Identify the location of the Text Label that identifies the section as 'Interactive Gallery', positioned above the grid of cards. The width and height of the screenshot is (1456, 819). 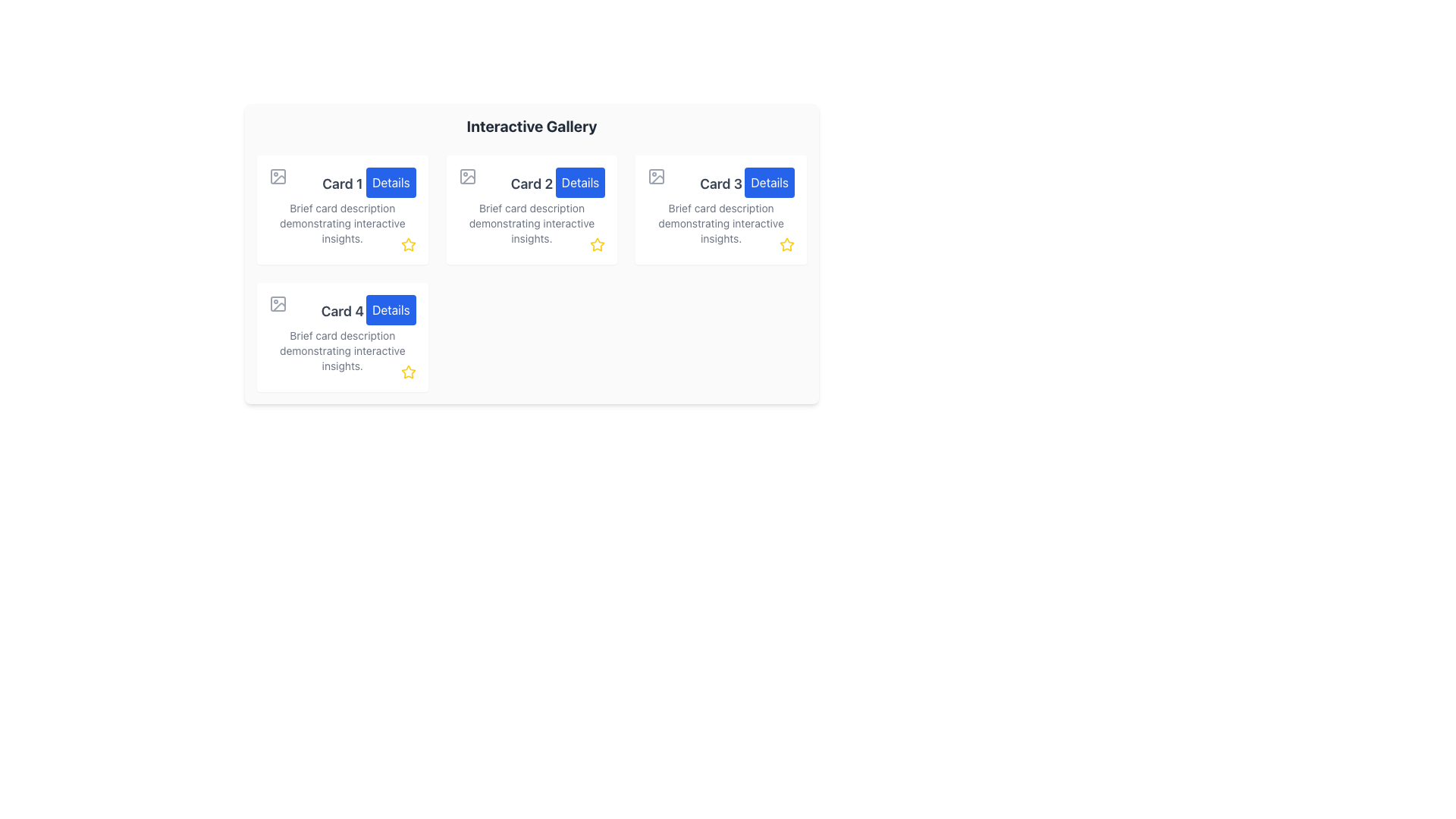
(532, 125).